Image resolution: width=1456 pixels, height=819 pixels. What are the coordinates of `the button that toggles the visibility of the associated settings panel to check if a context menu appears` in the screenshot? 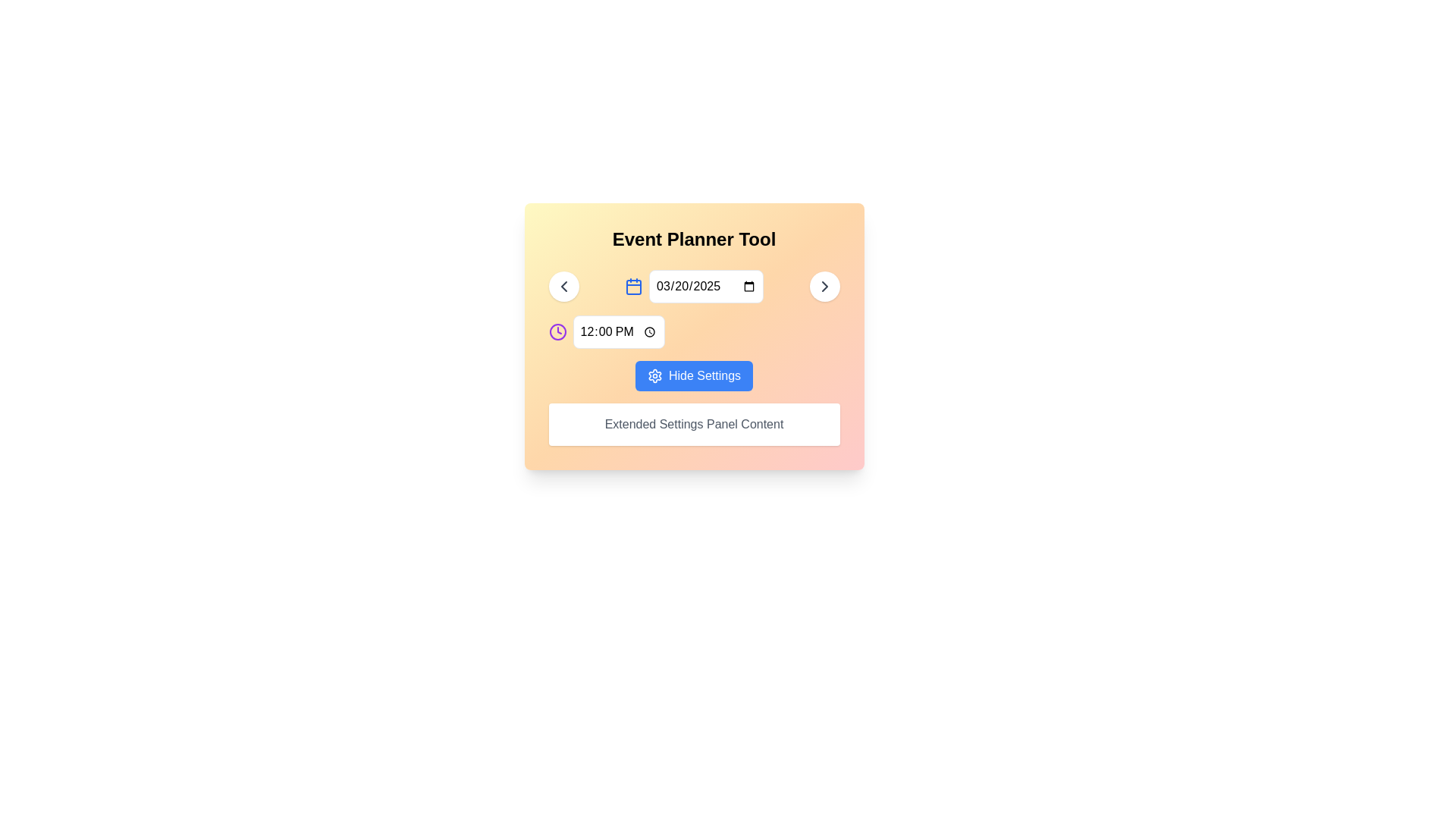 It's located at (693, 375).